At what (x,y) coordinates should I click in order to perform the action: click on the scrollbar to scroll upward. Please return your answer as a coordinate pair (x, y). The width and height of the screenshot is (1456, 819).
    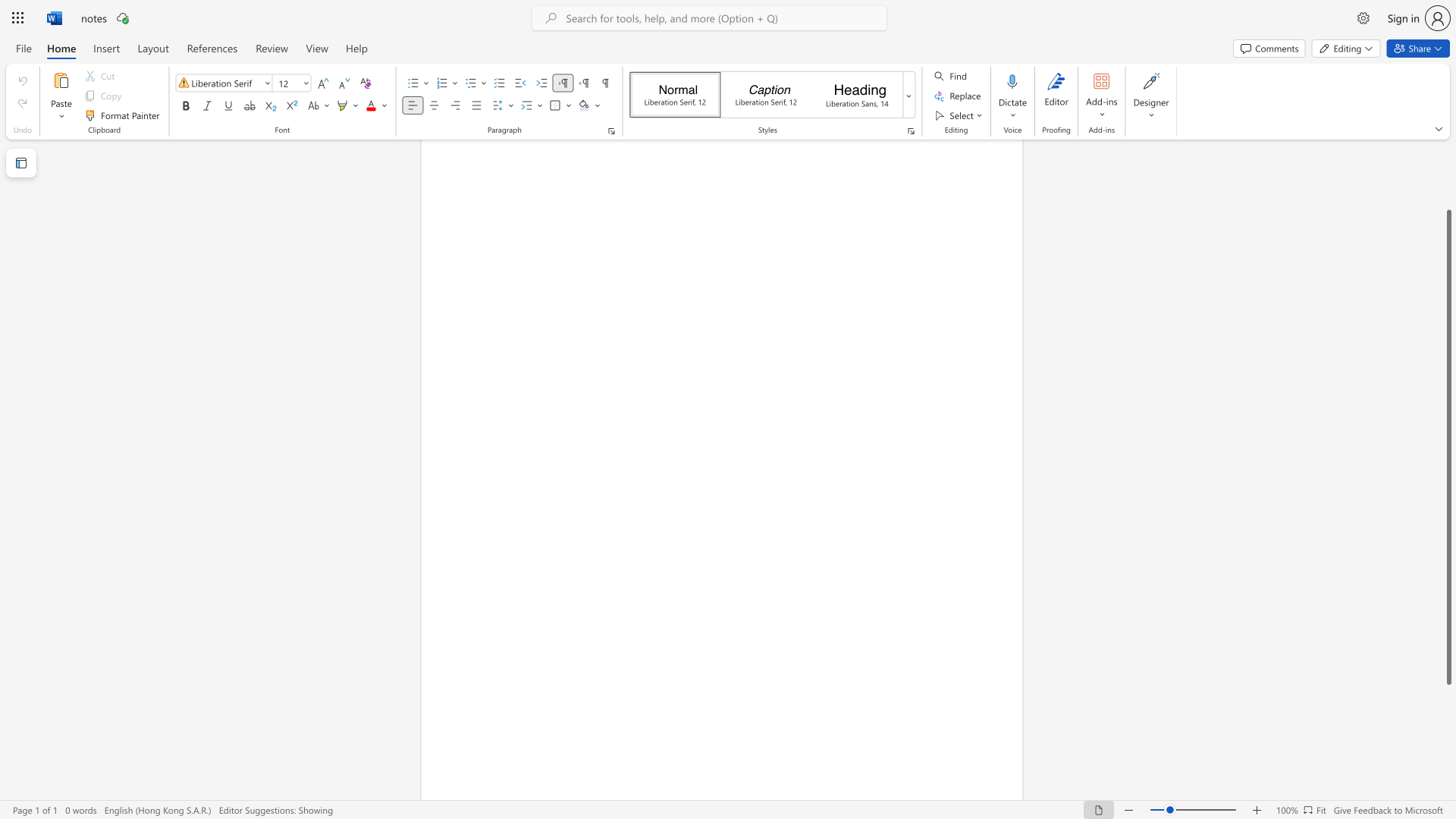
    Looking at the image, I should click on (1448, 189).